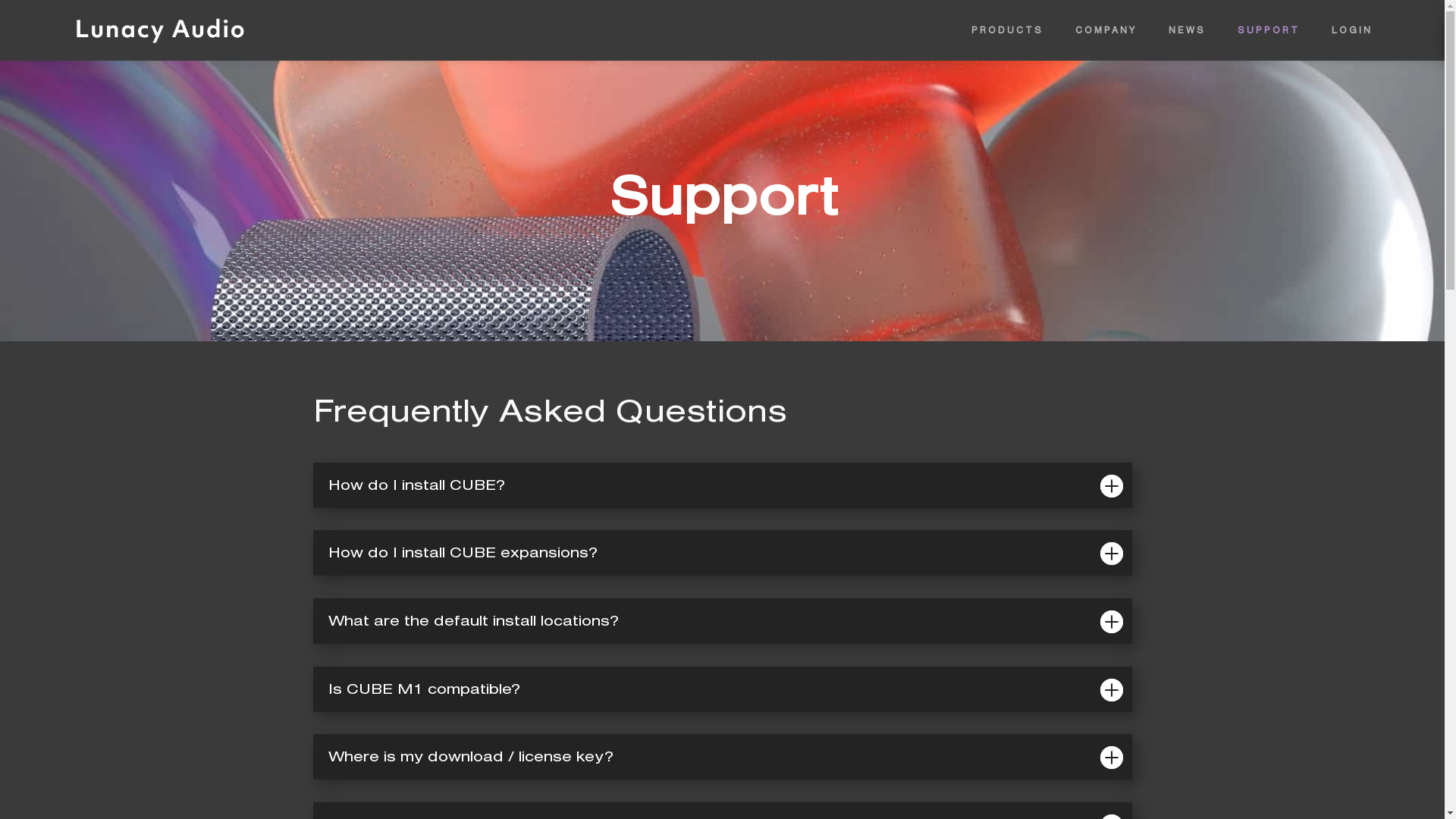 The height and width of the screenshot is (819, 1456). Describe the element at coordinates (1007, 30) in the screenshot. I see `'PRODUCTS'` at that location.